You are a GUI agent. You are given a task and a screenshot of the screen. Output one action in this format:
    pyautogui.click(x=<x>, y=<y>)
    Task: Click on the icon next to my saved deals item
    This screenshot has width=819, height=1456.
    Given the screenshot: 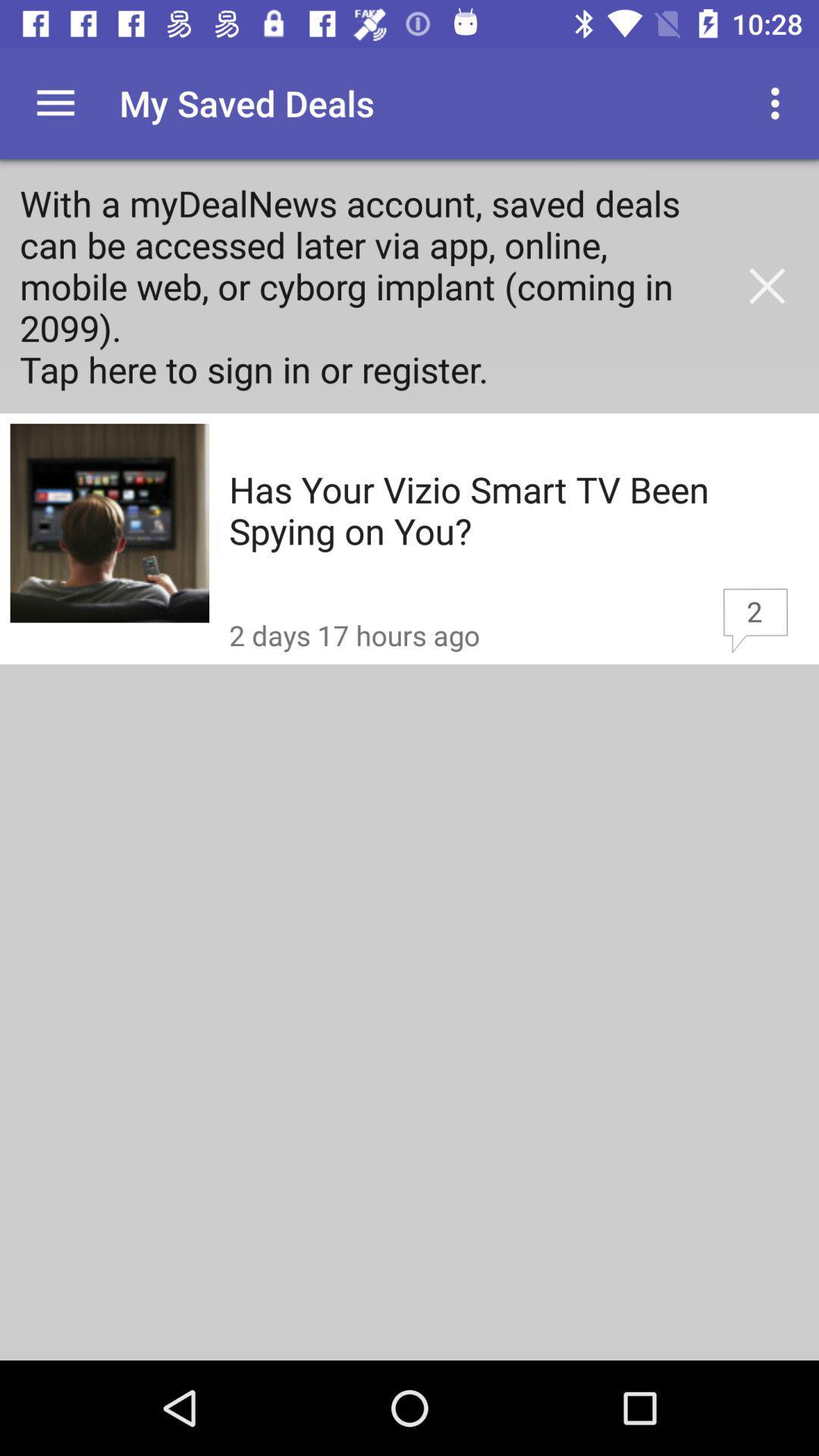 What is the action you would take?
    pyautogui.click(x=779, y=102)
    